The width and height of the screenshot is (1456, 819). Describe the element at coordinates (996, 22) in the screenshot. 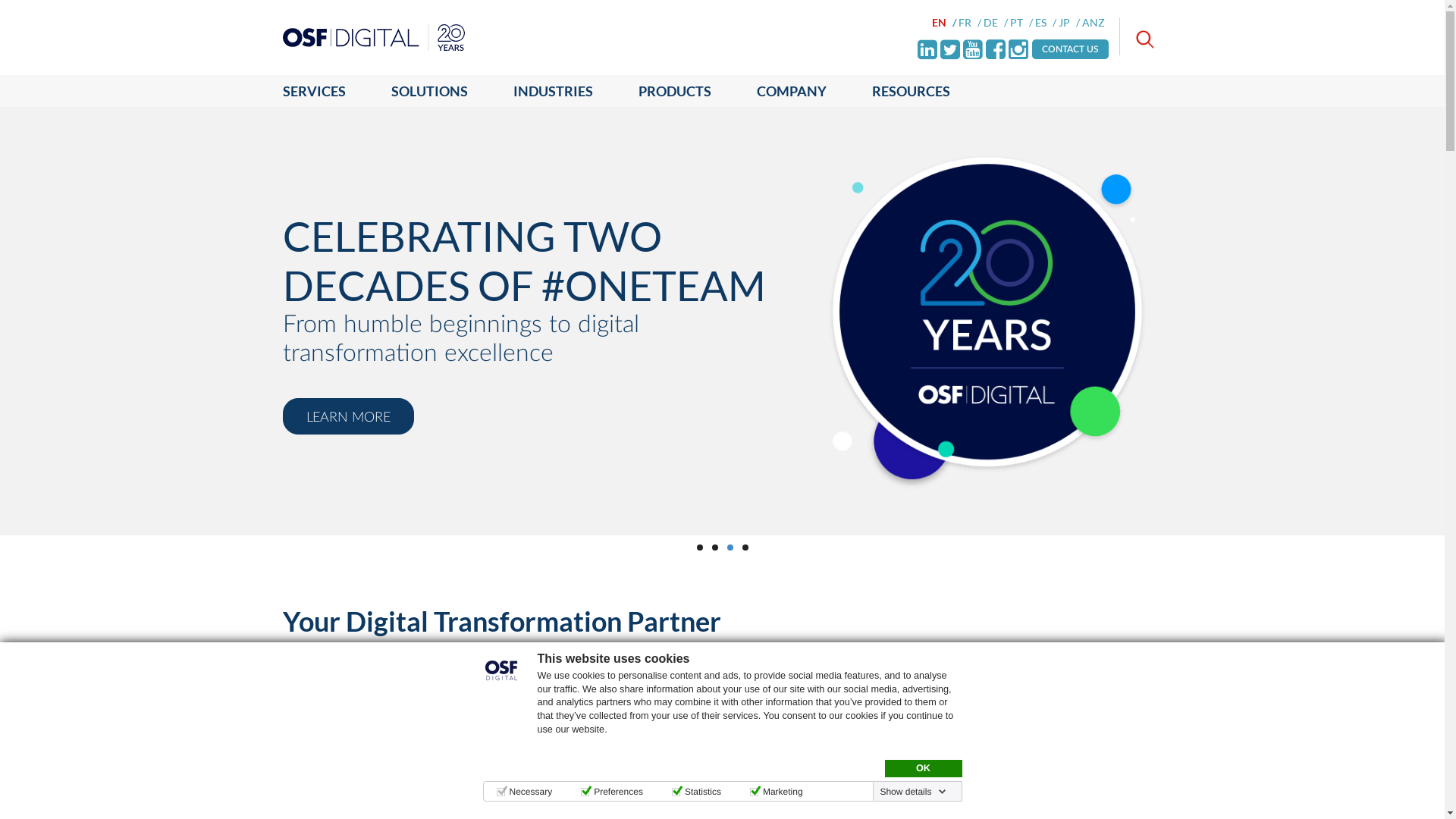

I see `'DE'` at that location.